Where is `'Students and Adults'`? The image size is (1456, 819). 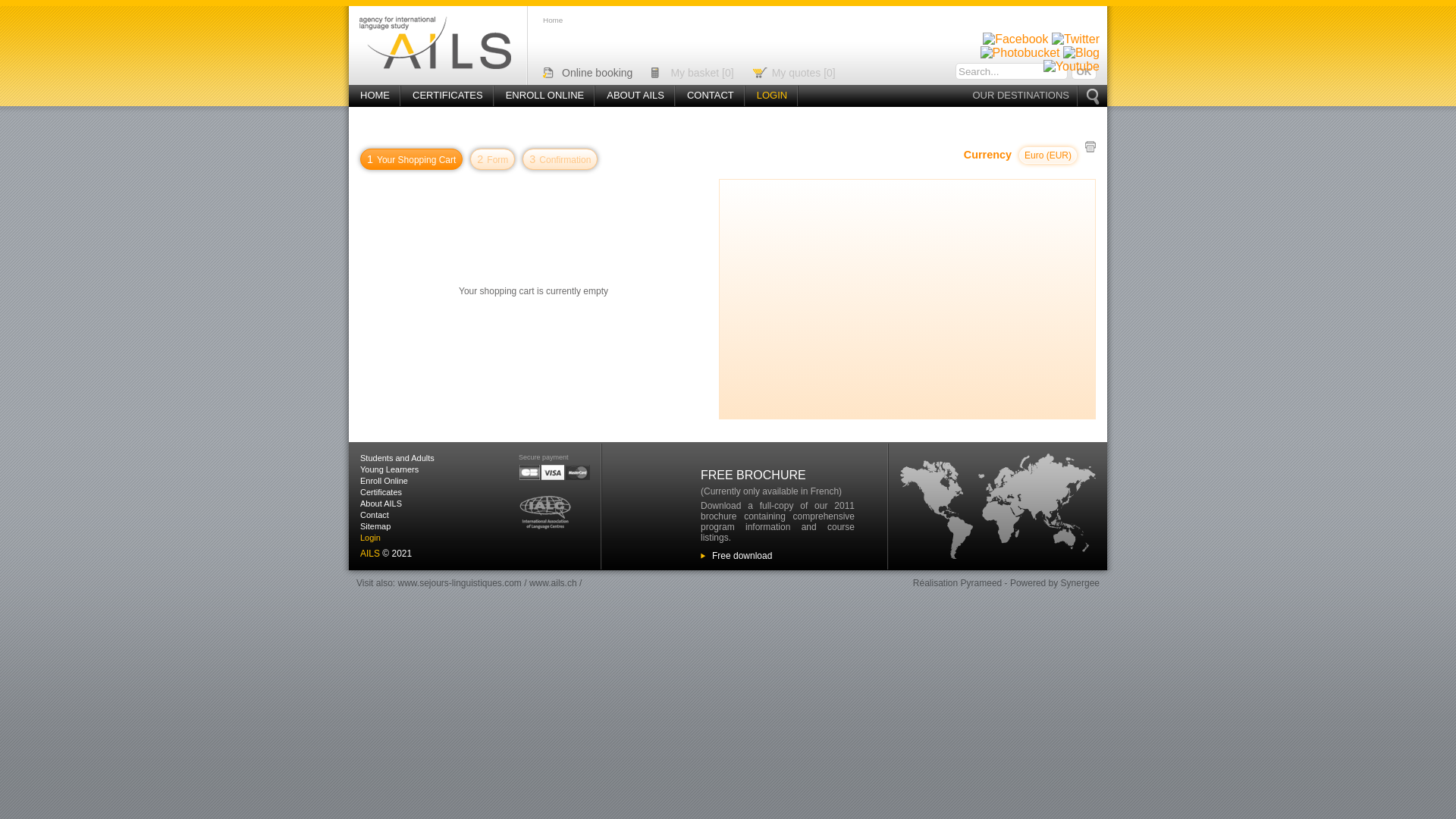 'Students and Adults' is located at coordinates (359, 457).